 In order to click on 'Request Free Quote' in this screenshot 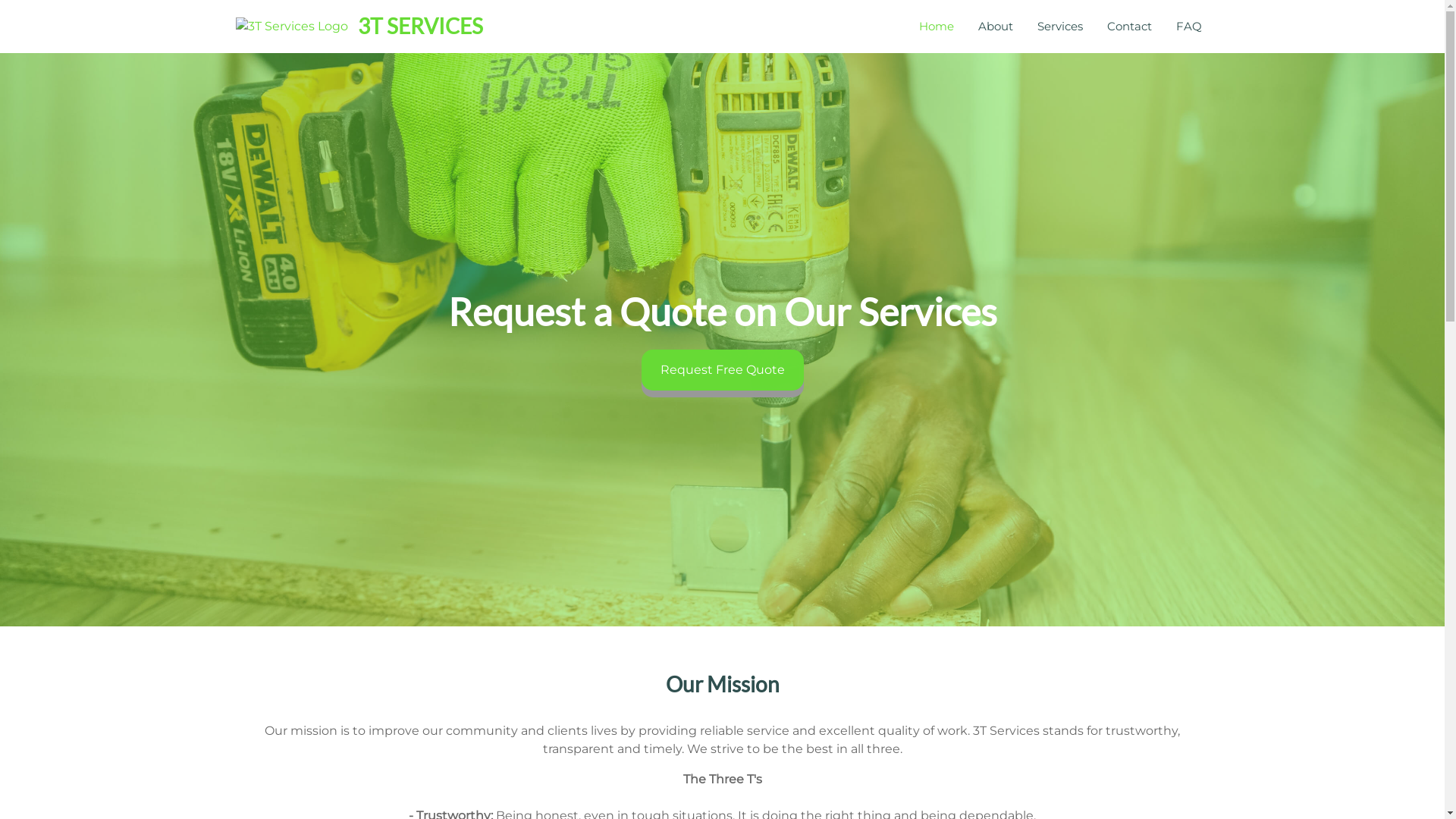, I will do `click(722, 370)`.